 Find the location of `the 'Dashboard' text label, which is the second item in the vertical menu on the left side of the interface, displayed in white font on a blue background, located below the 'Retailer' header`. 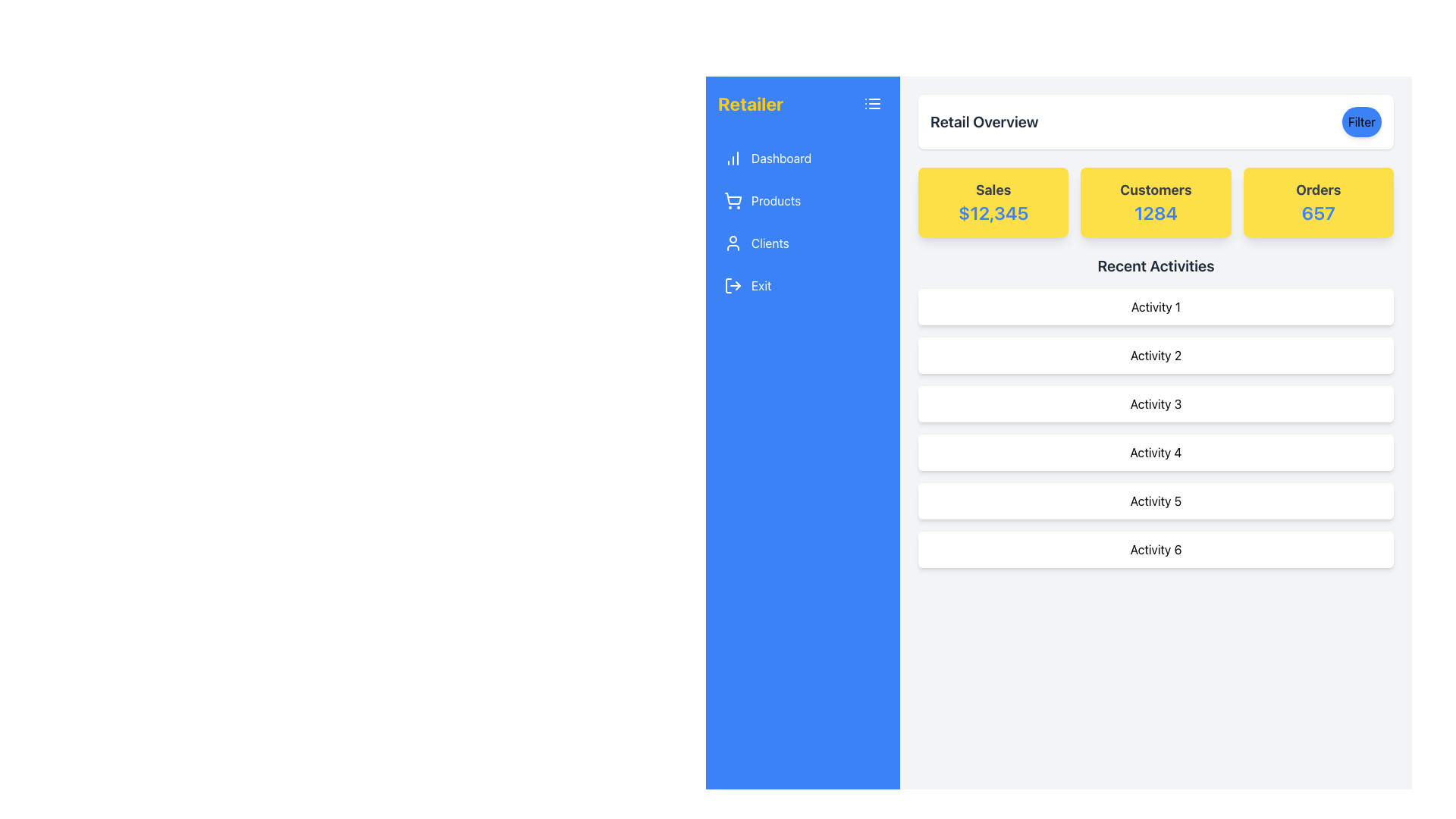

the 'Dashboard' text label, which is the second item in the vertical menu on the left side of the interface, displayed in white font on a blue background, located below the 'Retailer' header is located at coordinates (781, 158).